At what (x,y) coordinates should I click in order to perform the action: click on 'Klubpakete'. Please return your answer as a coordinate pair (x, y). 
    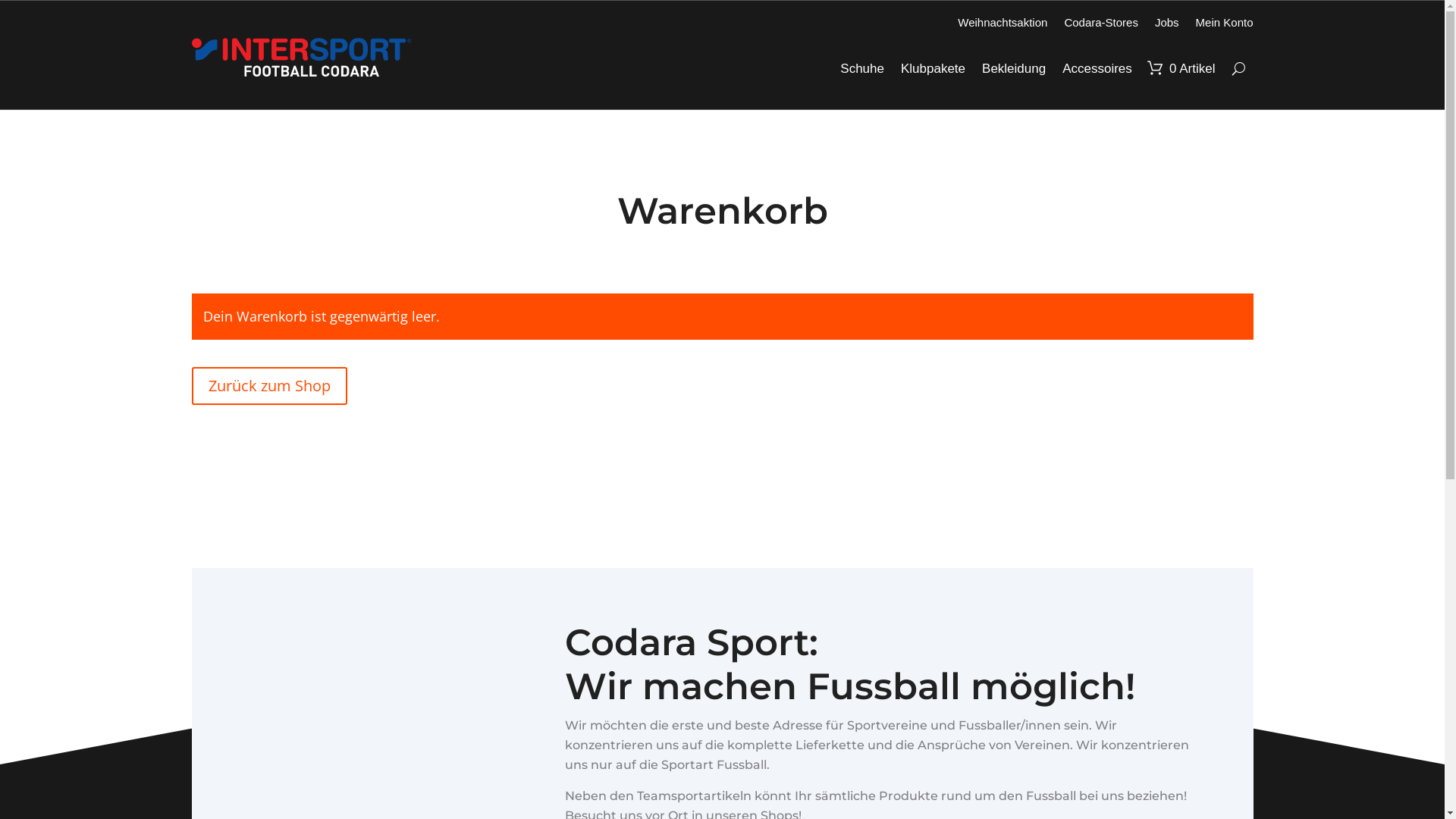
    Looking at the image, I should click on (932, 69).